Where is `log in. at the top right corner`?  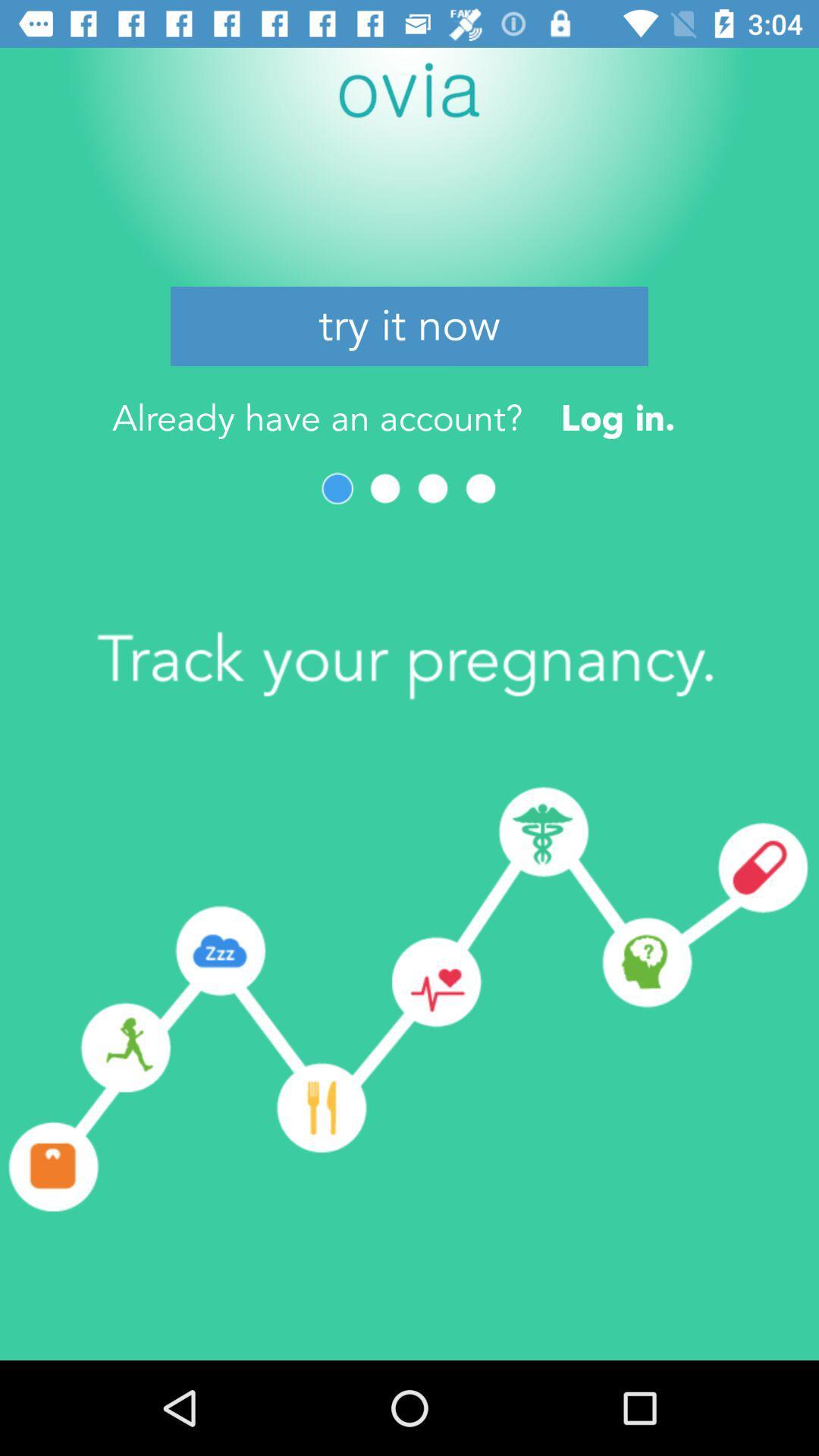
log in. at the top right corner is located at coordinates (618, 418).